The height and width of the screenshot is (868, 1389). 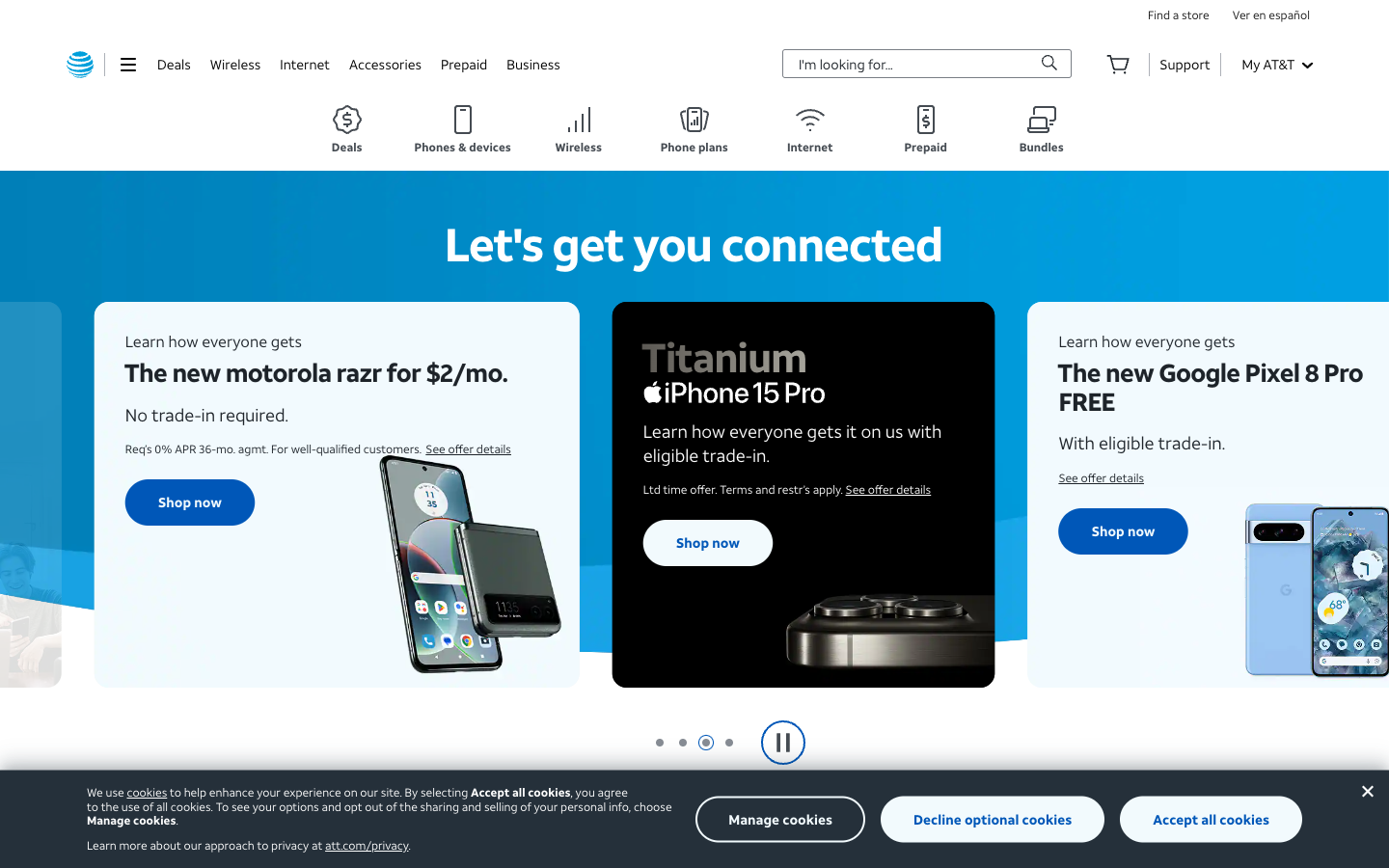 What do you see at coordinates (1275, 63) in the screenshot?
I see `the second option available under My AT&T` at bounding box center [1275, 63].